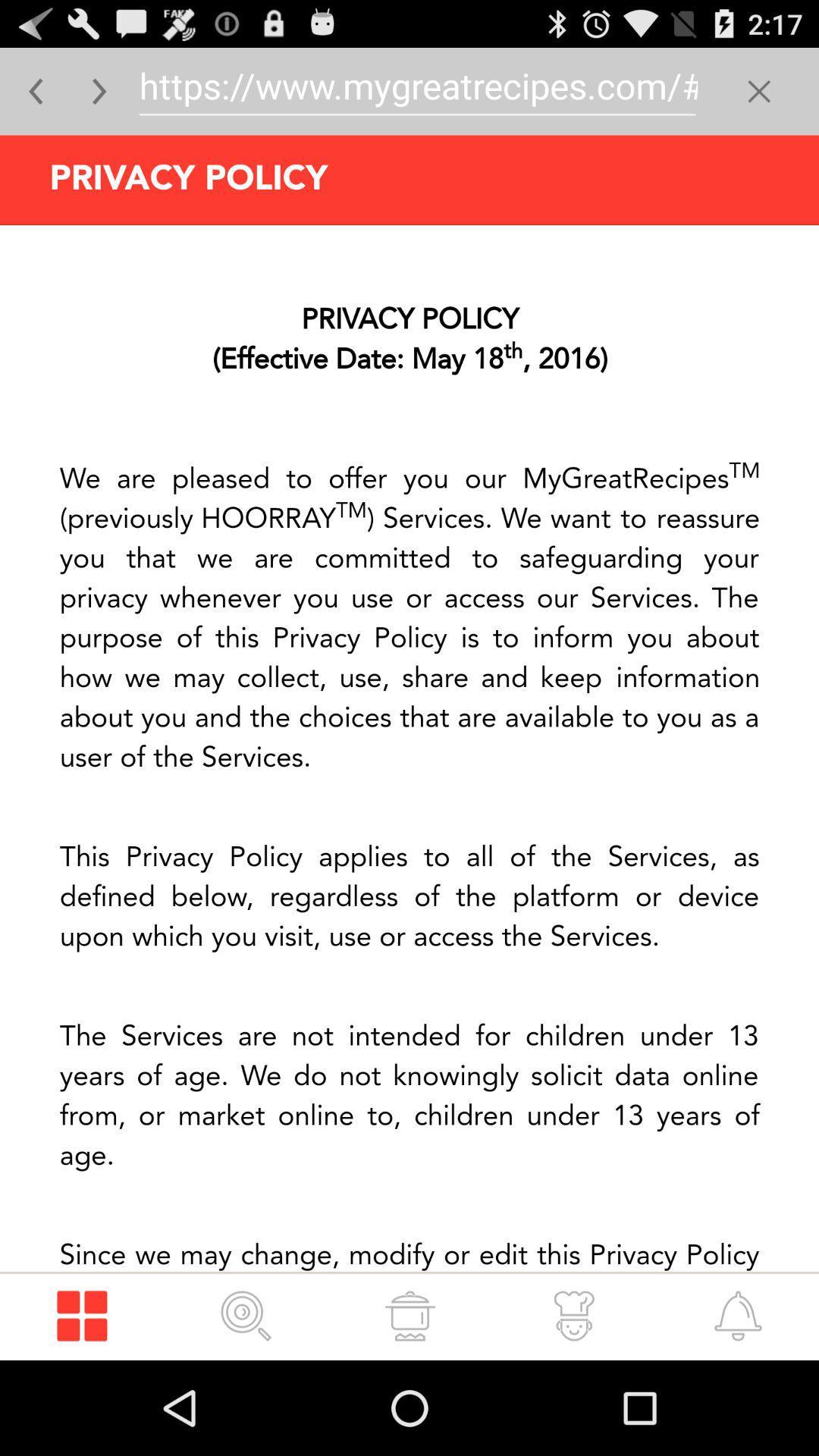 The height and width of the screenshot is (1456, 819). I want to click on button, so click(759, 90).